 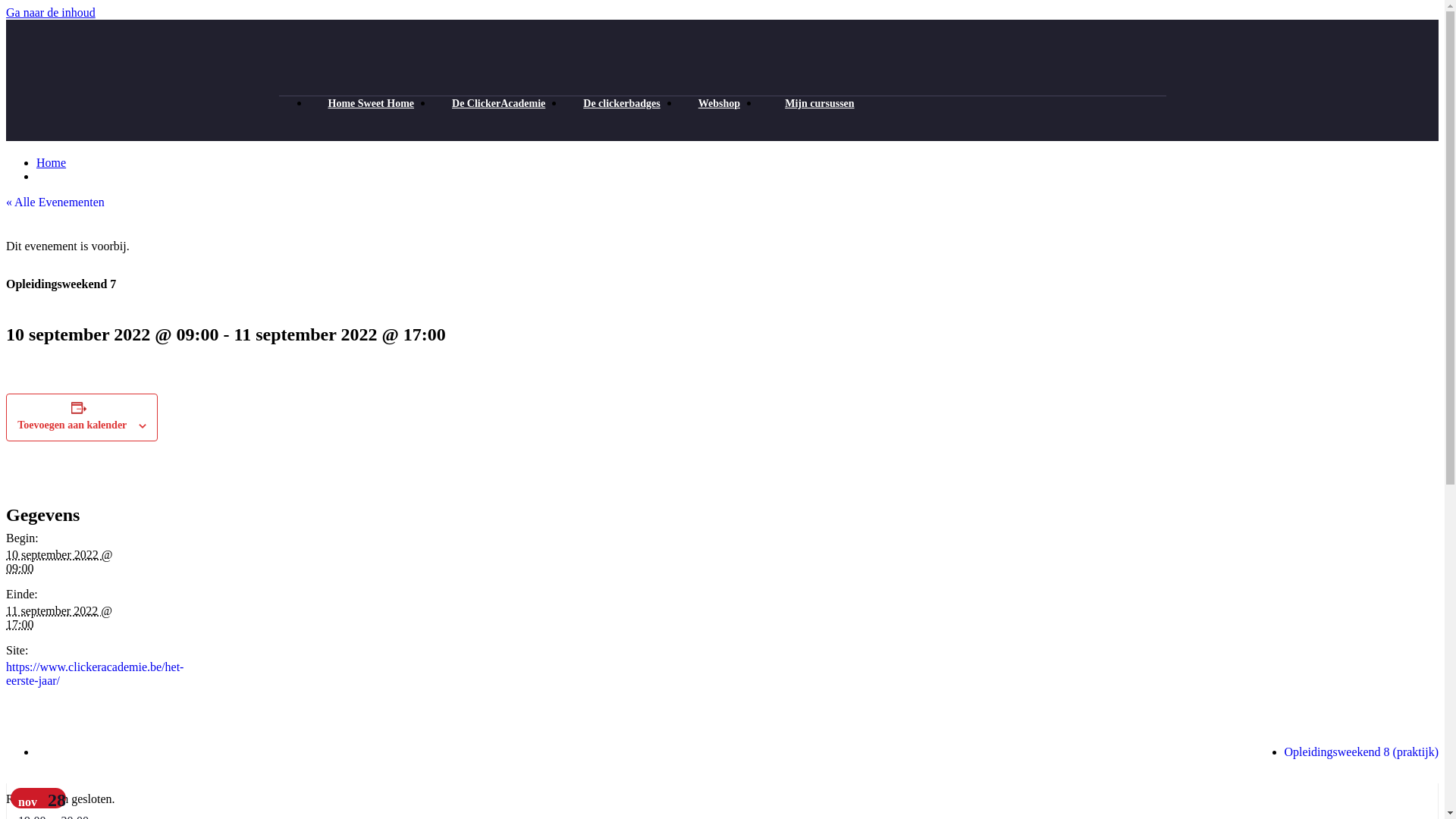 What do you see at coordinates (498, 102) in the screenshot?
I see `'De ClickerAcademie'` at bounding box center [498, 102].